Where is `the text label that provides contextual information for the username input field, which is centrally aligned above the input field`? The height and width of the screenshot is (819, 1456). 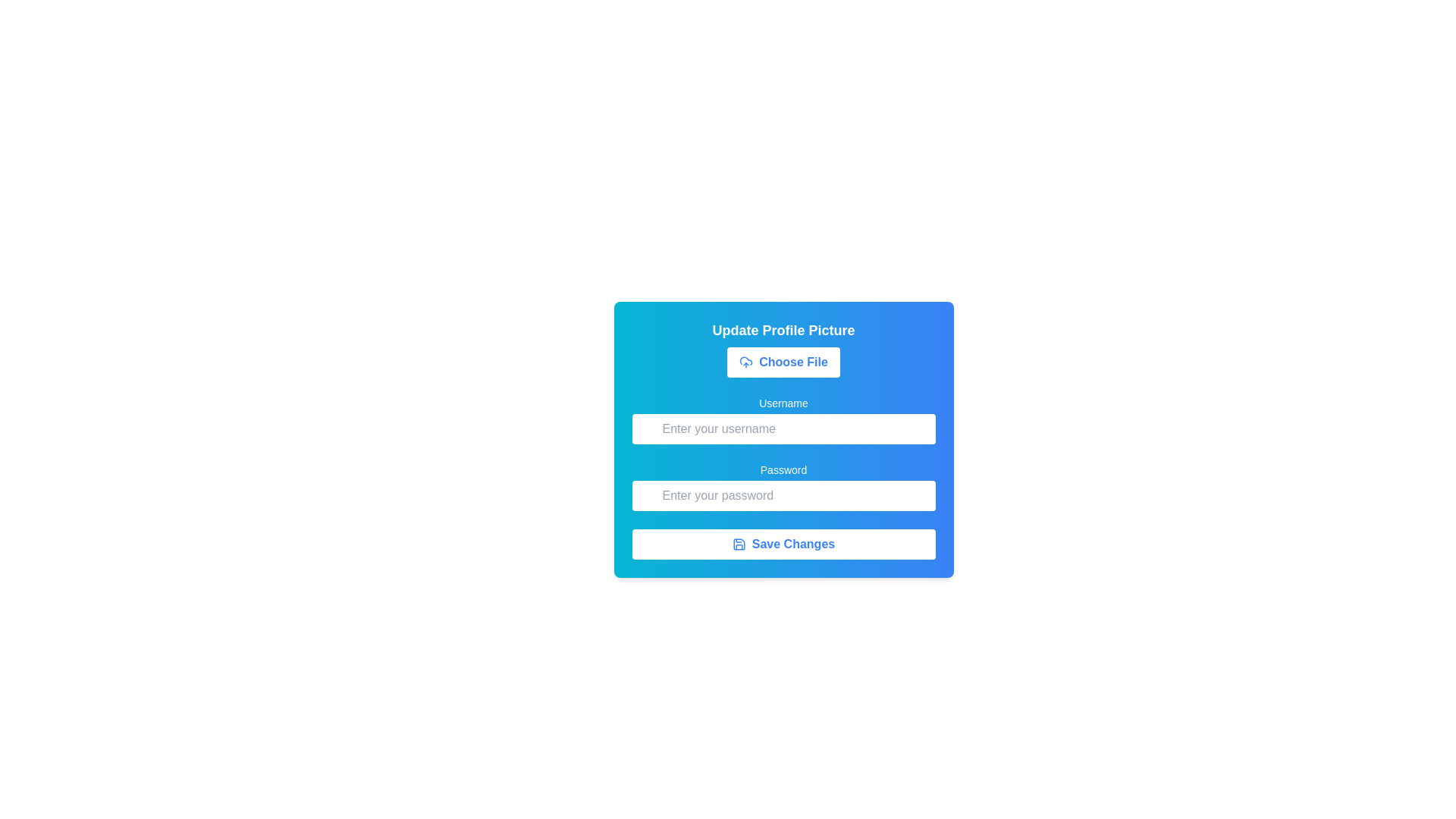
the text label that provides contextual information for the username input field, which is centrally aligned above the input field is located at coordinates (783, 403).